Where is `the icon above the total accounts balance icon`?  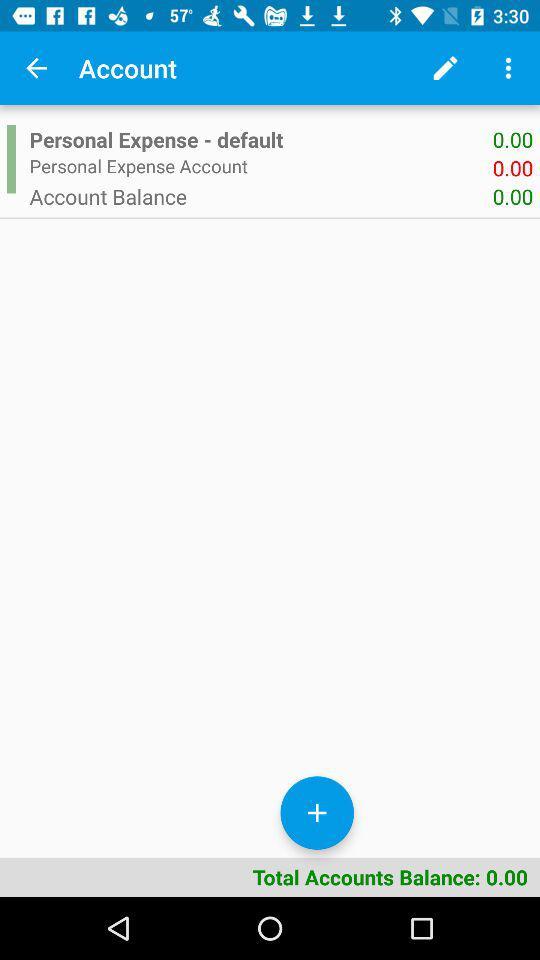 the icon above the total accounts balance icon is located at coordinates (10, 158).